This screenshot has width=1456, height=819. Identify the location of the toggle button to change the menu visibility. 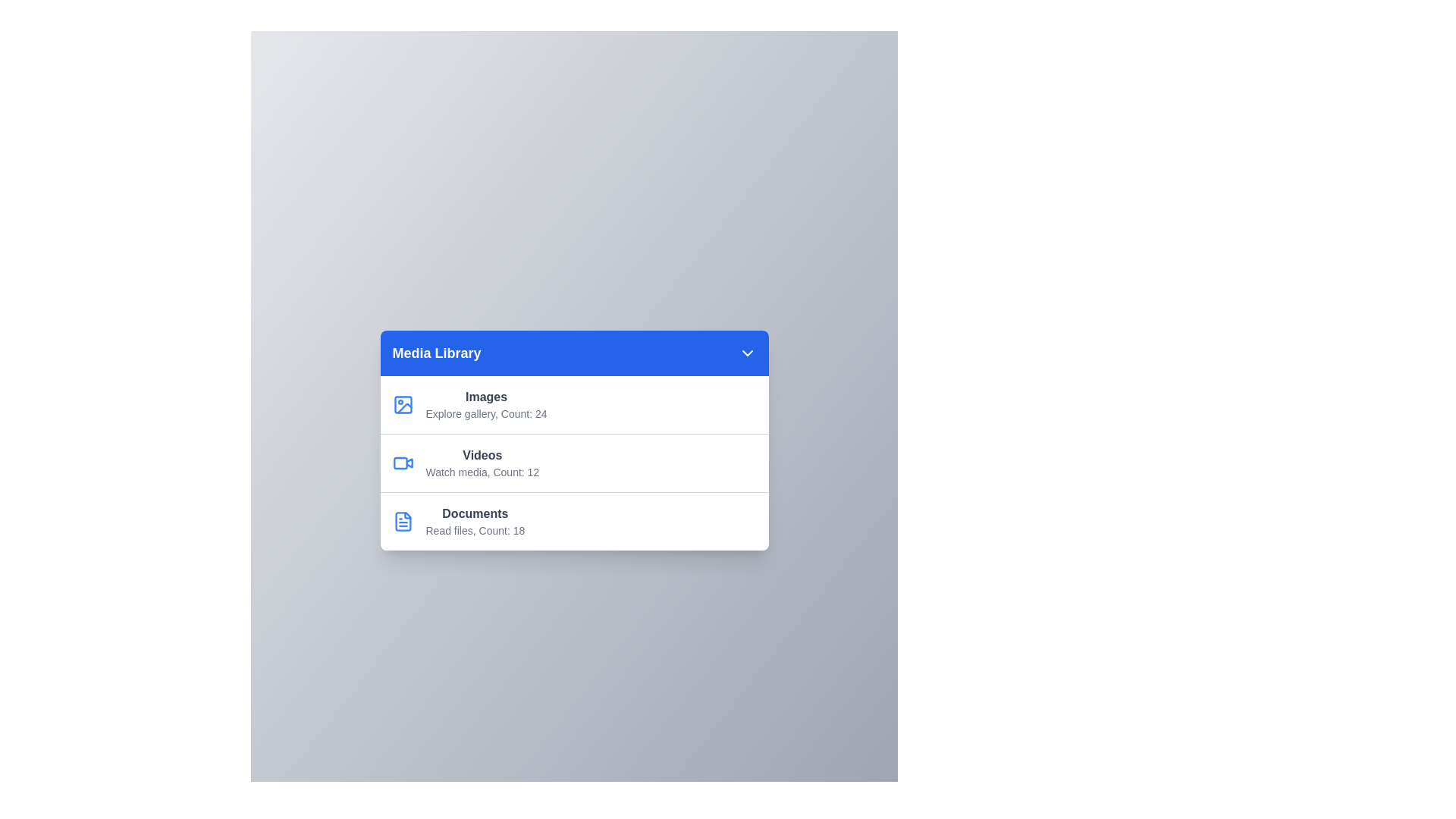
(747, 353).